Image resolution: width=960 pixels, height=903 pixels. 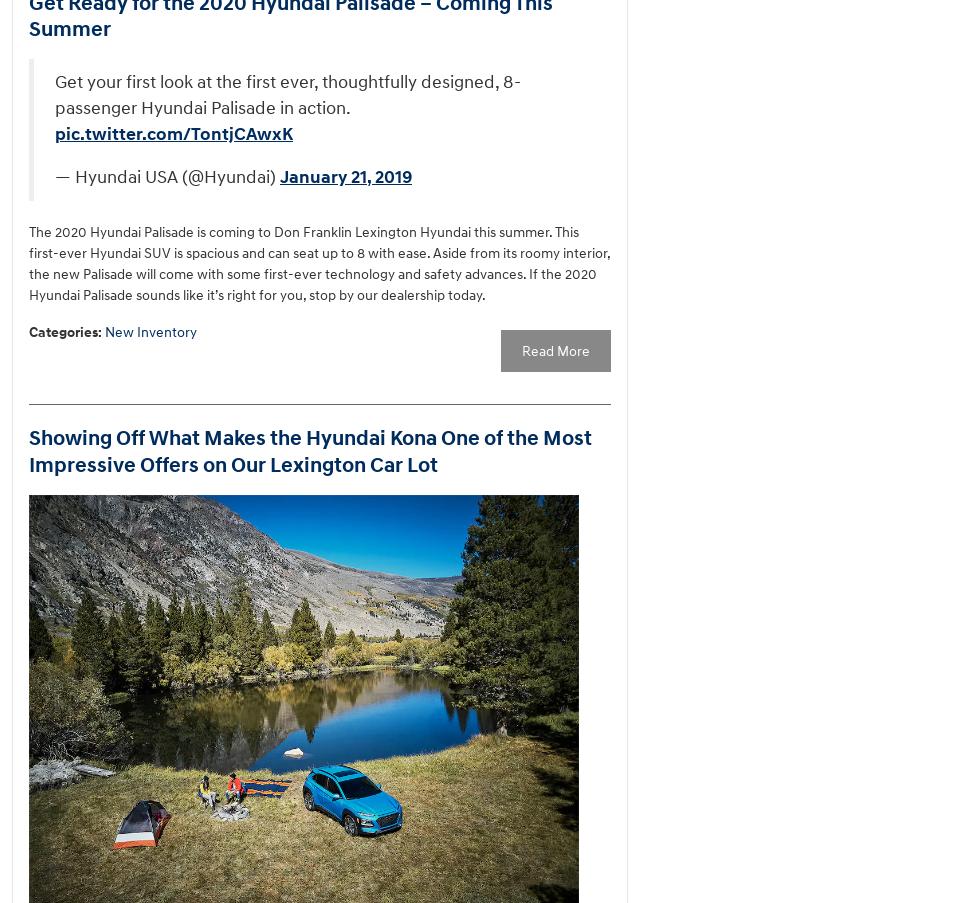 I want to click on 'Showing Off What Makes the Hyundai Kona One of the Most Impressive Offers on Our Lexington Car Lot', so click(x=310, y=452).